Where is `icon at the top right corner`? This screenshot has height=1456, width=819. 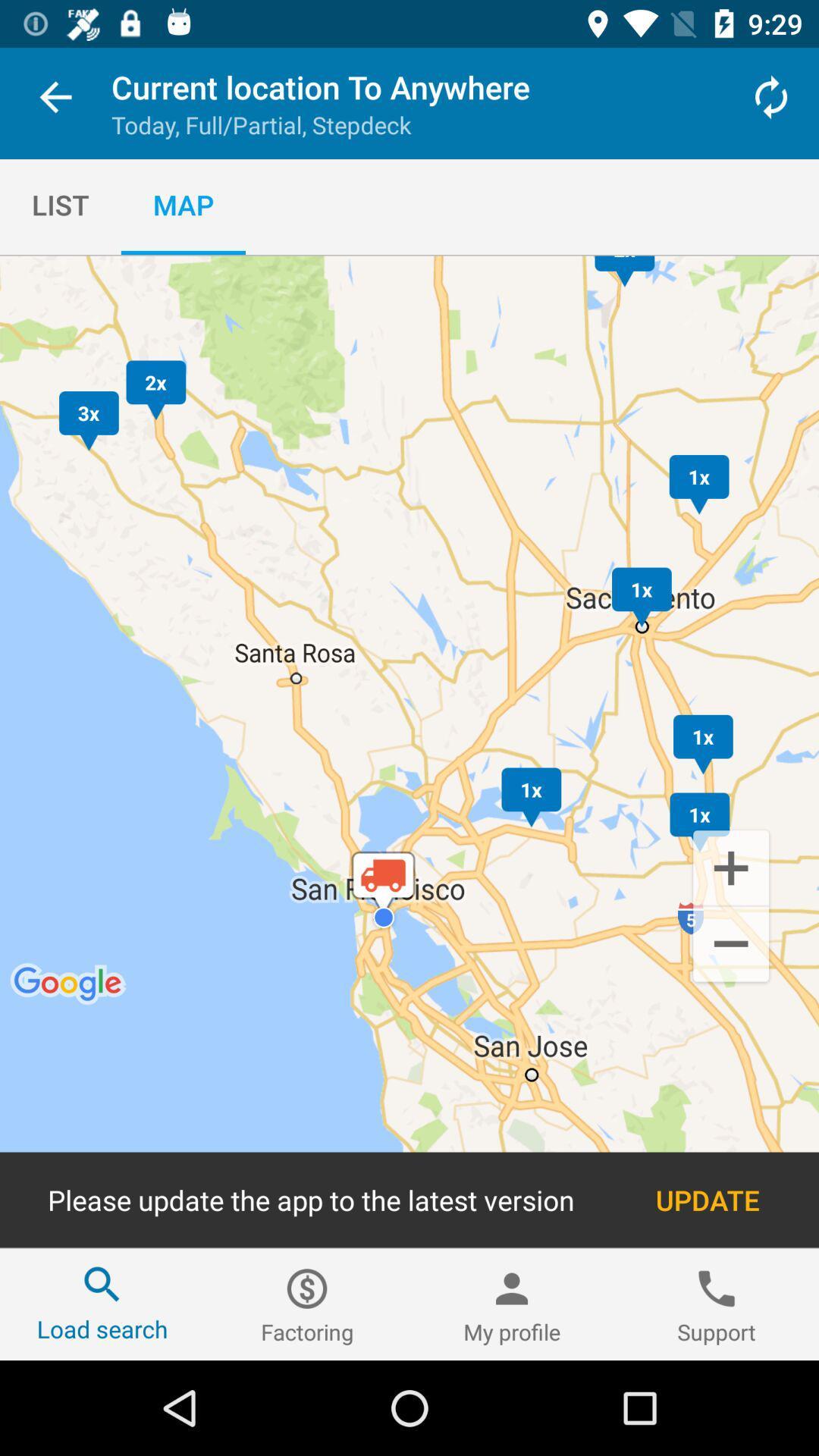 icon at the top right corner is located at coordinates (771, 96).